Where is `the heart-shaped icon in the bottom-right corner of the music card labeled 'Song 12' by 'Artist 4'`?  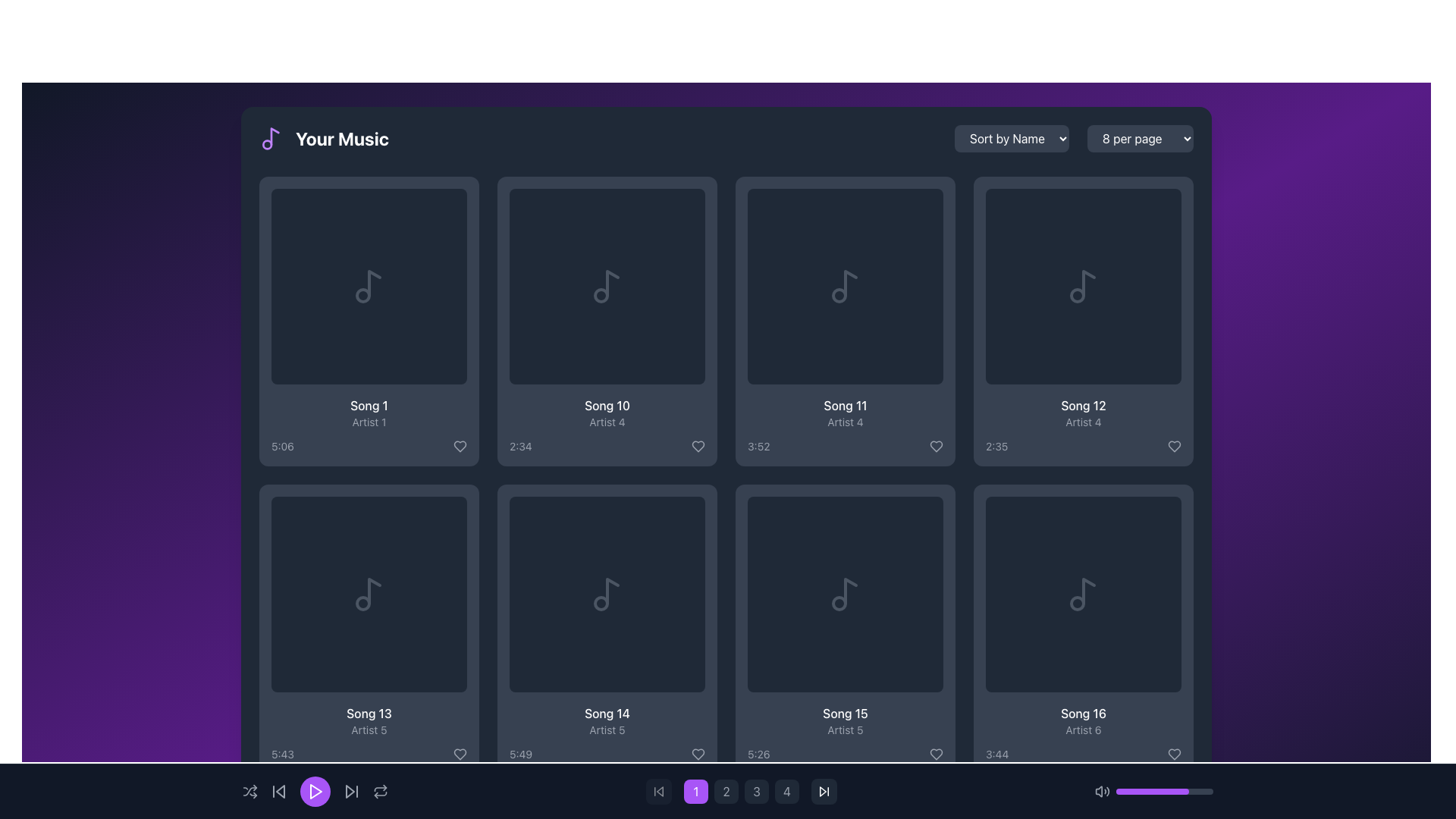 the heart-shaped icon in the bottom-right corner of the music card labeled 'Song 12' by 'Artist 4' is located at coordinates (1174, 446).